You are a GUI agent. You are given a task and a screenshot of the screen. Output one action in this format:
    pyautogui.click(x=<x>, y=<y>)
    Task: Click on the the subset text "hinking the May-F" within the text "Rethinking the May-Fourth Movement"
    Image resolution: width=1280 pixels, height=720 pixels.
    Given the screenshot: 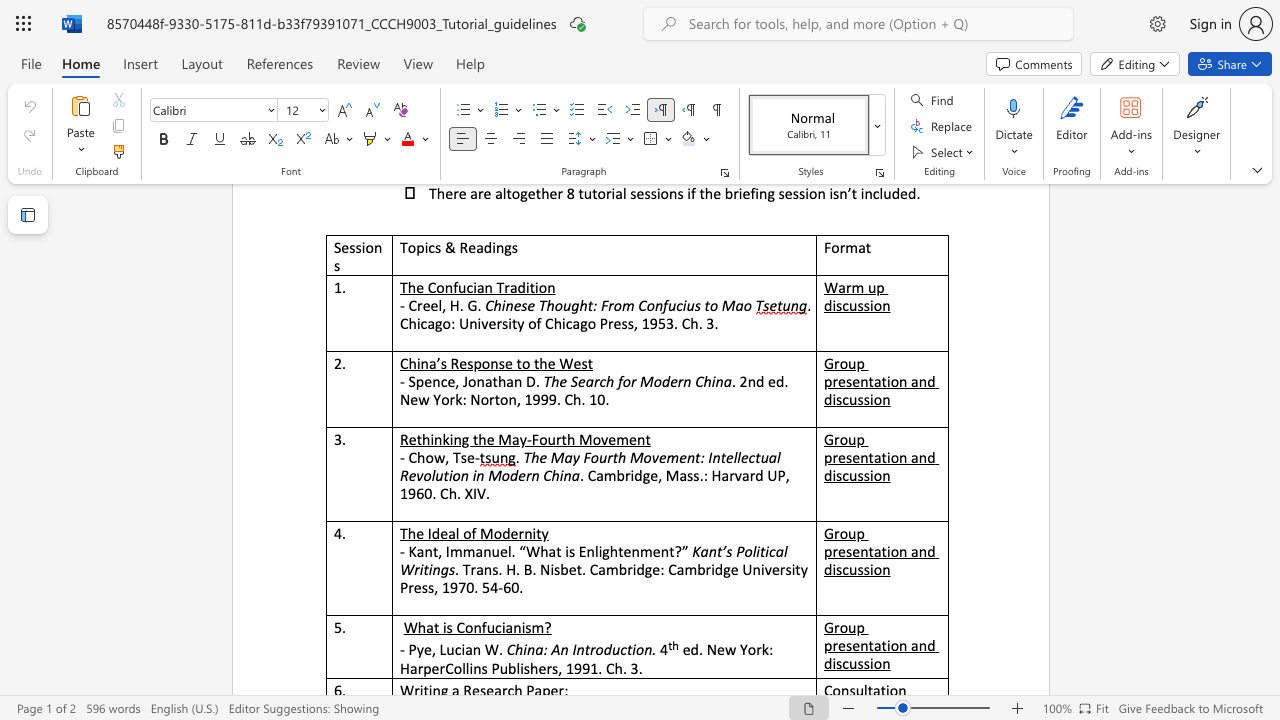 What is the action you would take?
    pyautogui.click(x=421, y=438)
    